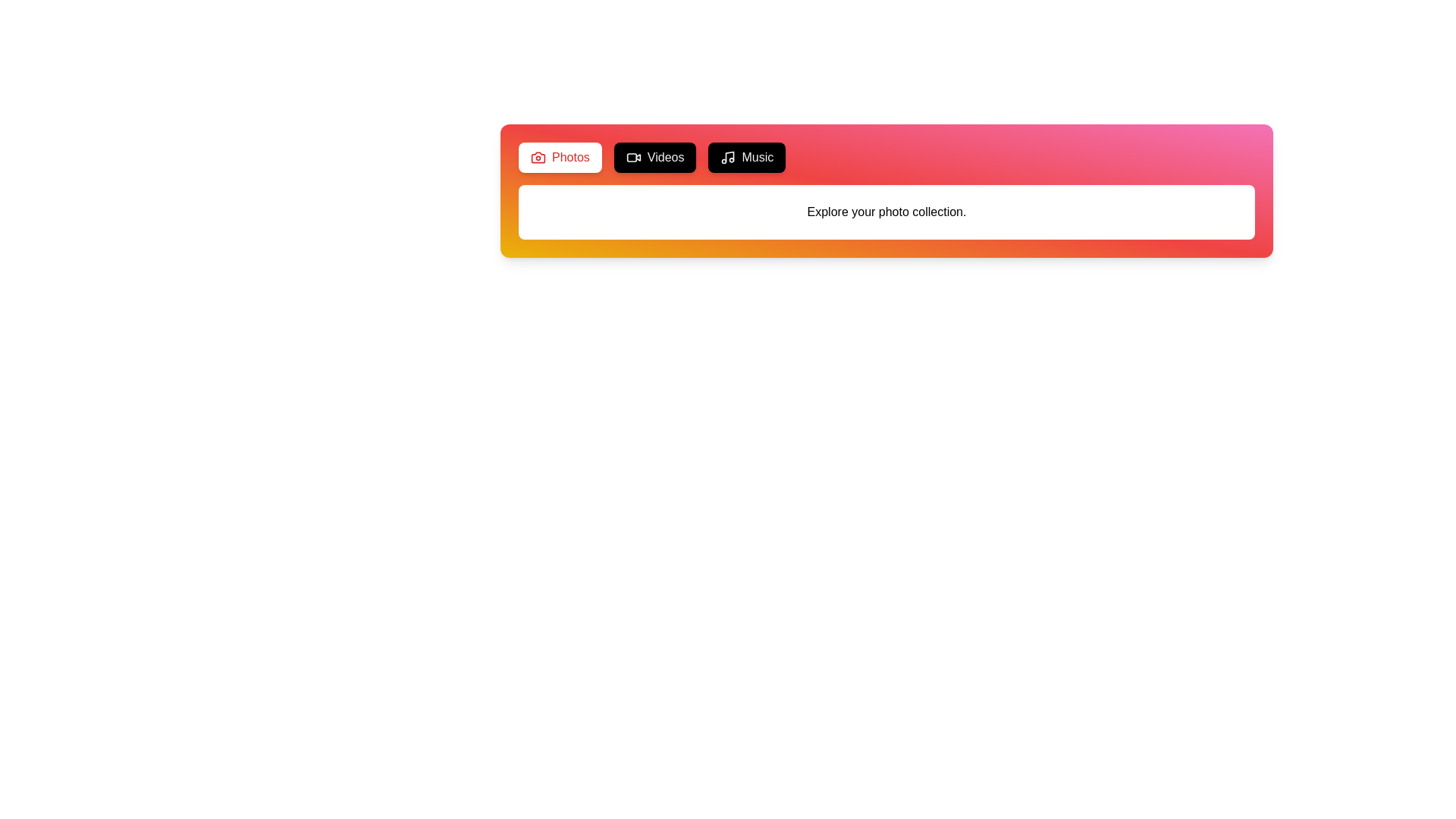 The image size is (1456, 819). I want to click on the Photos tab to view its content, so click(559, 158).